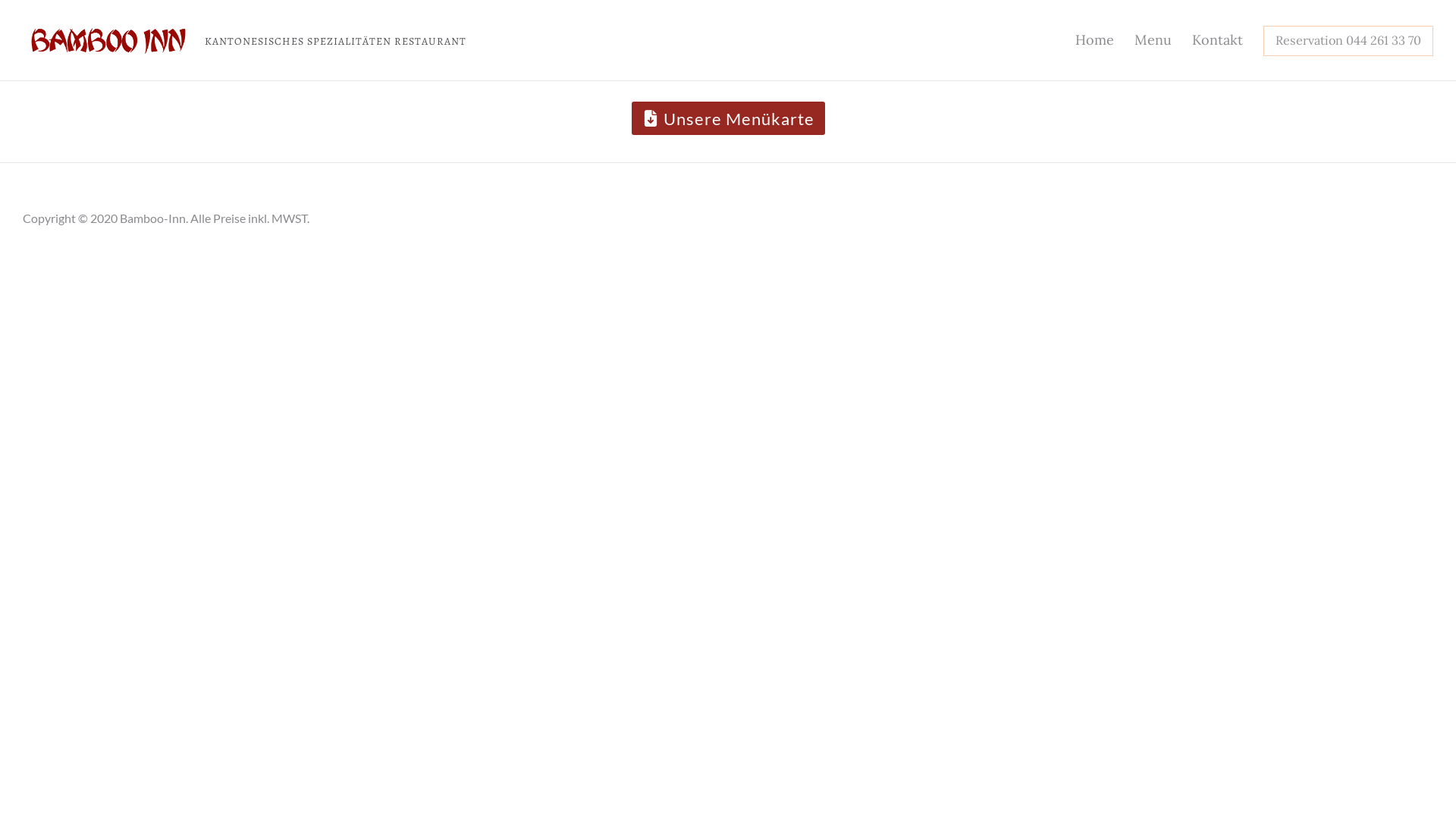  What do you see at coordinates (1348, 39) in the screenshot?
I see `'Reservation 044 261 33 70'` at bounding box center [1348, 39].